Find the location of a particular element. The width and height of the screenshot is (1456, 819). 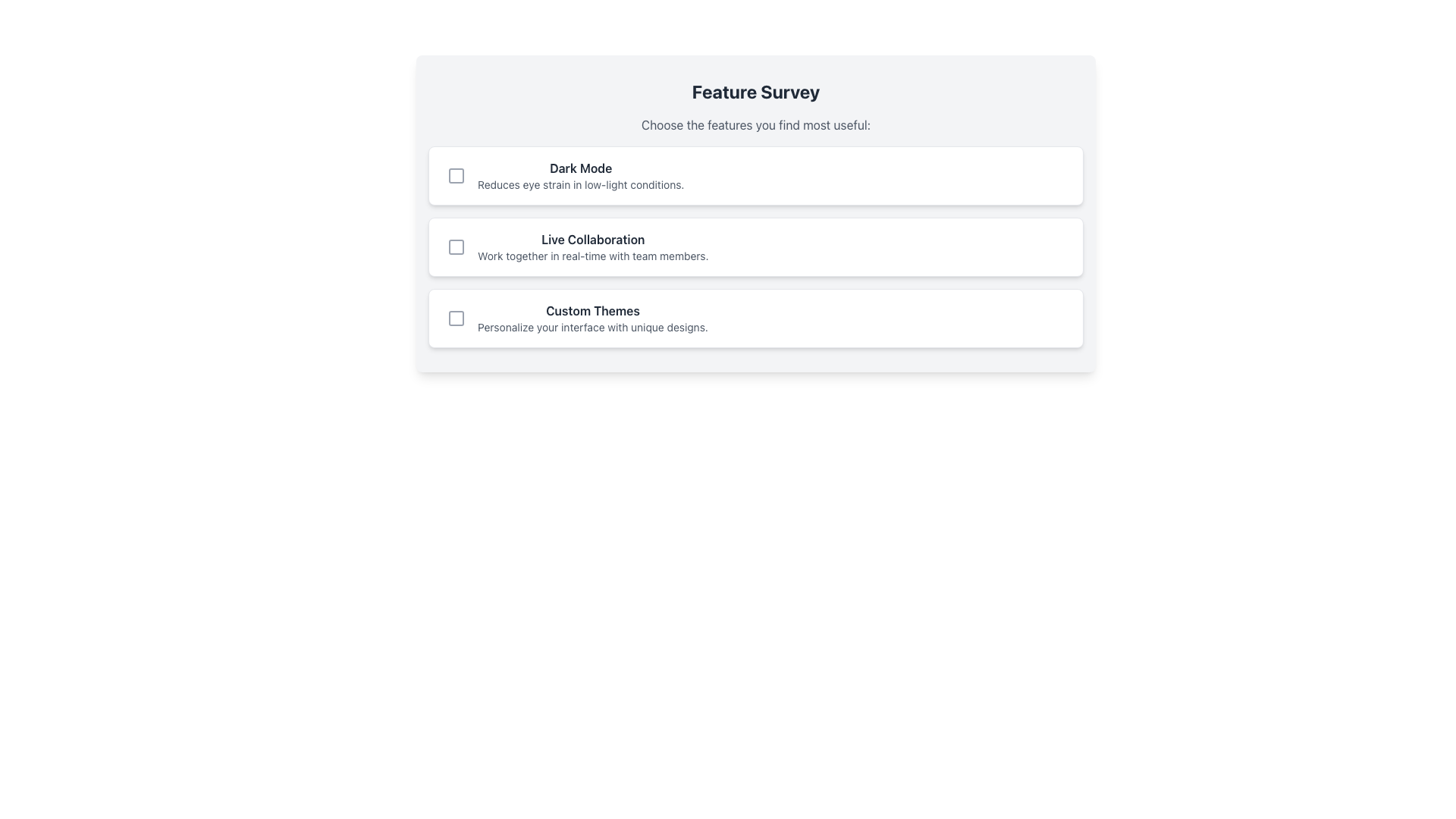

the Decorative graphic (SVG component) that represents the checkbox icon for the 'Dark Mode' option in the 'Feature Survey' section is located at coordinates (455, 174).